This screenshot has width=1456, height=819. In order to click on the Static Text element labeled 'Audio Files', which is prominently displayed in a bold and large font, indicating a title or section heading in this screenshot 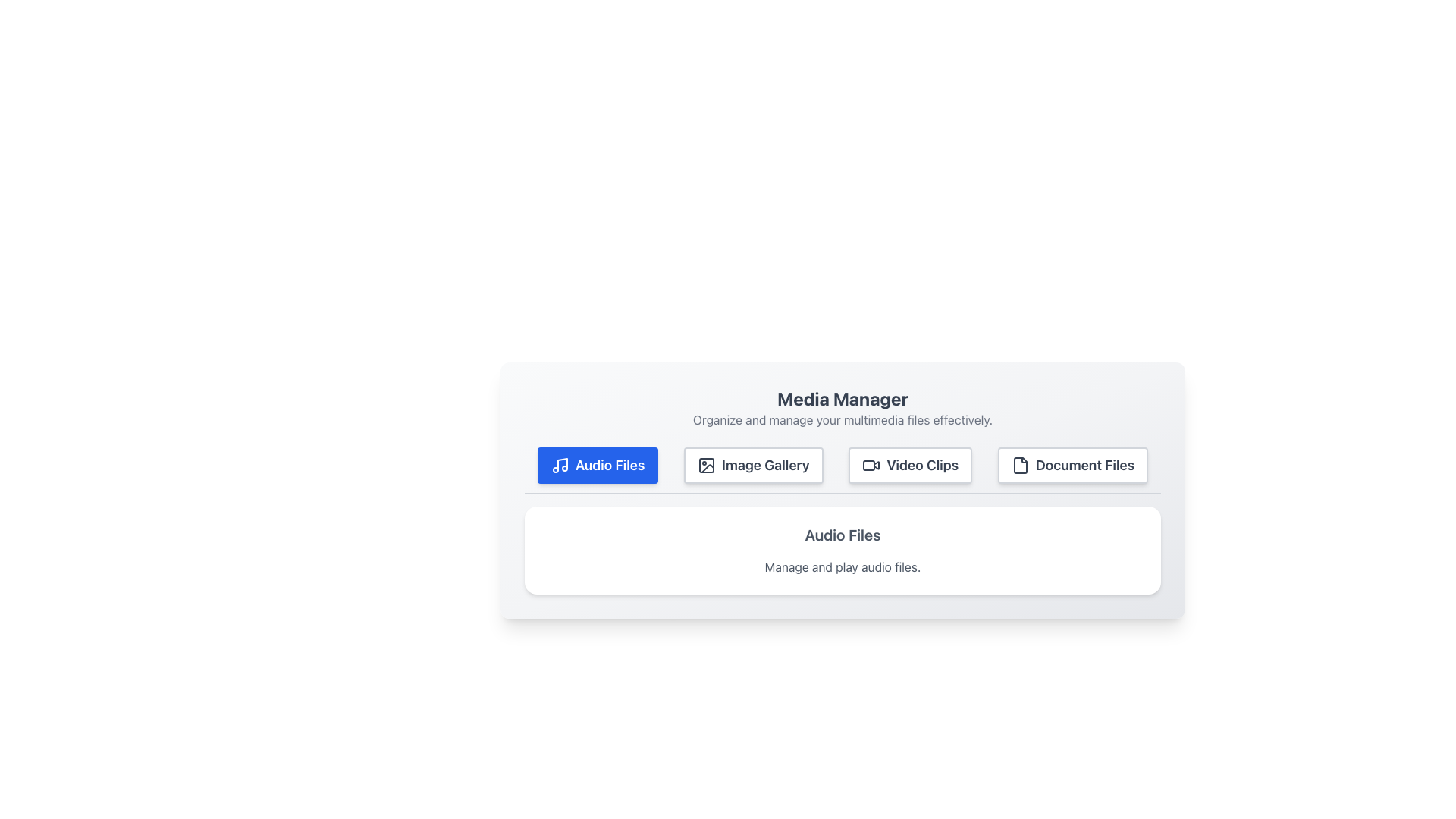, I will do `click(842, 534)`.